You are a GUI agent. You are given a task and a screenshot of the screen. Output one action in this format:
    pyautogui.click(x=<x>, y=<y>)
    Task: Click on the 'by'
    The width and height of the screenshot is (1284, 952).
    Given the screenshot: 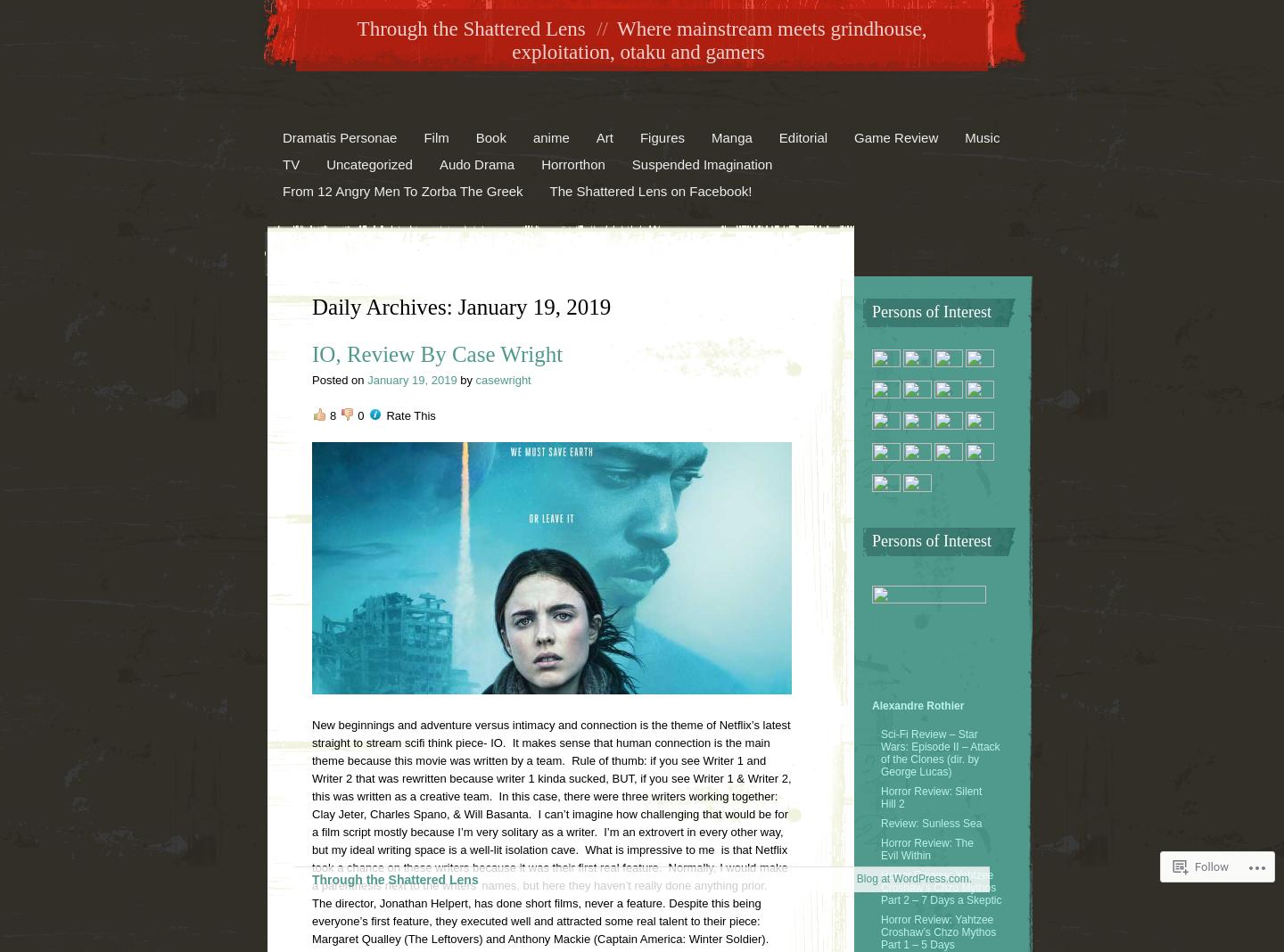 What is the action you would take?
    pyautogui.click(x=466, y=379)
    